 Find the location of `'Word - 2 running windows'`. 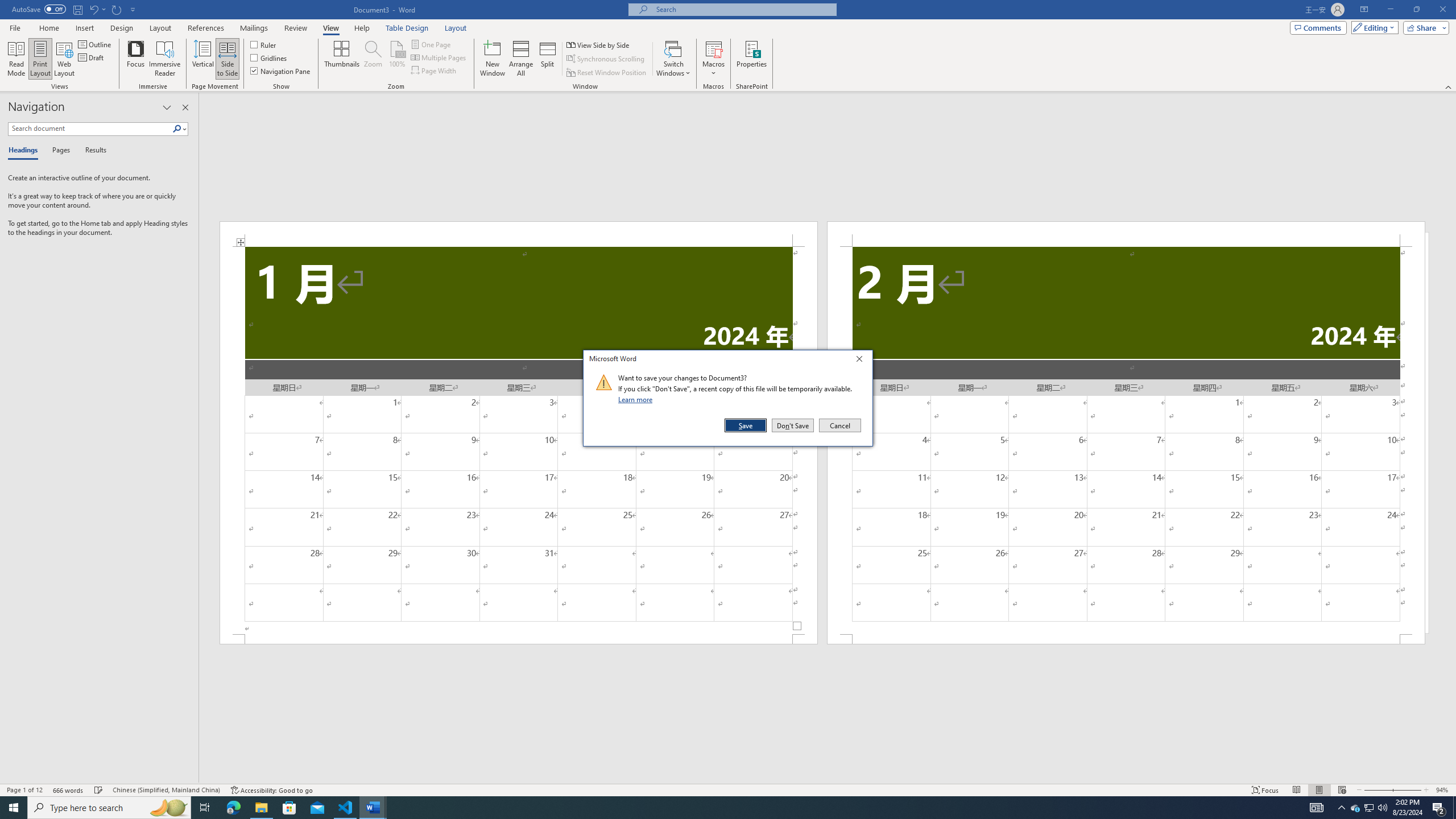

'Word - 2 running windows' is located at coordinates (373, 806).